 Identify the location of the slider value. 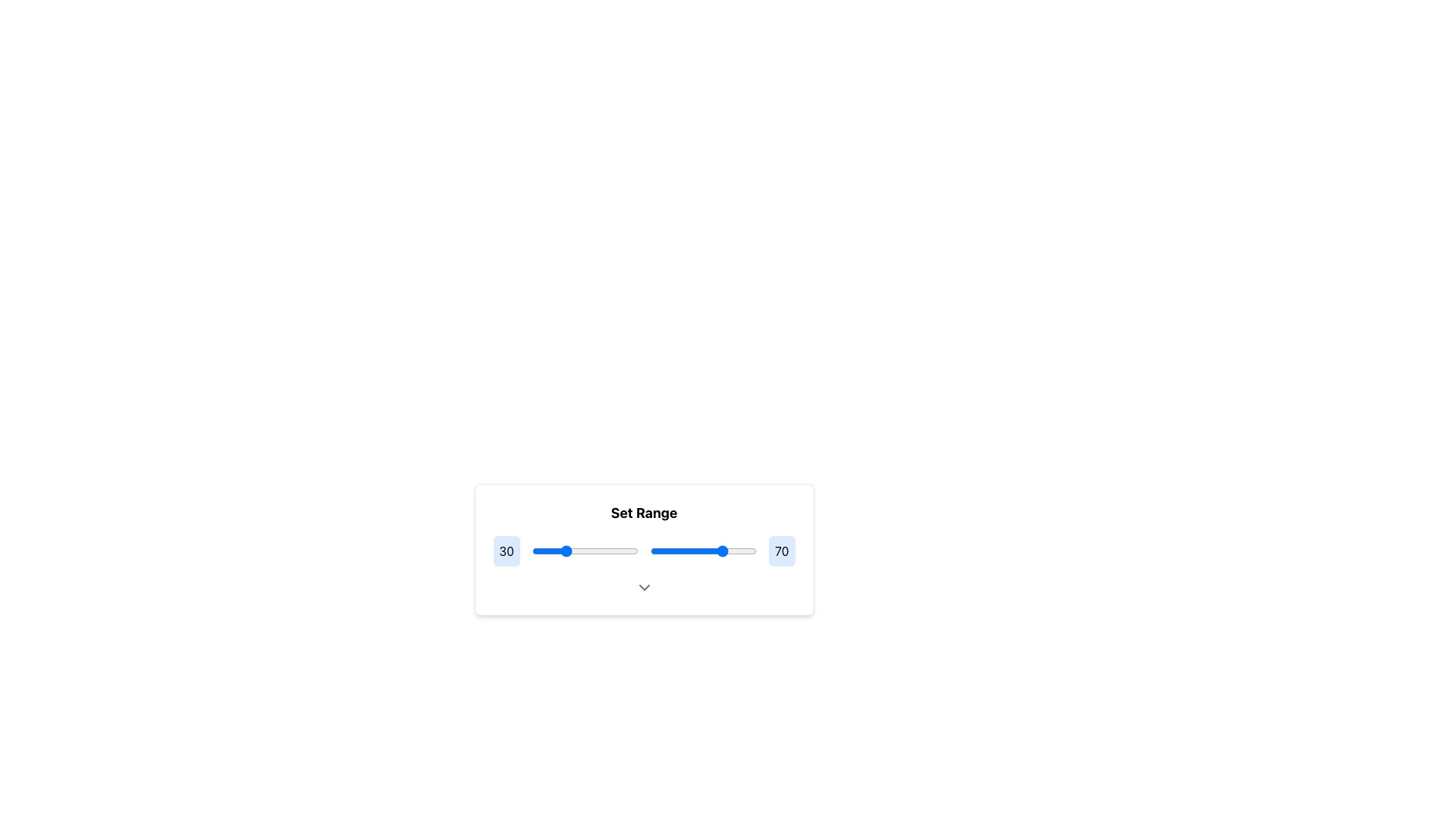
(604, 551).